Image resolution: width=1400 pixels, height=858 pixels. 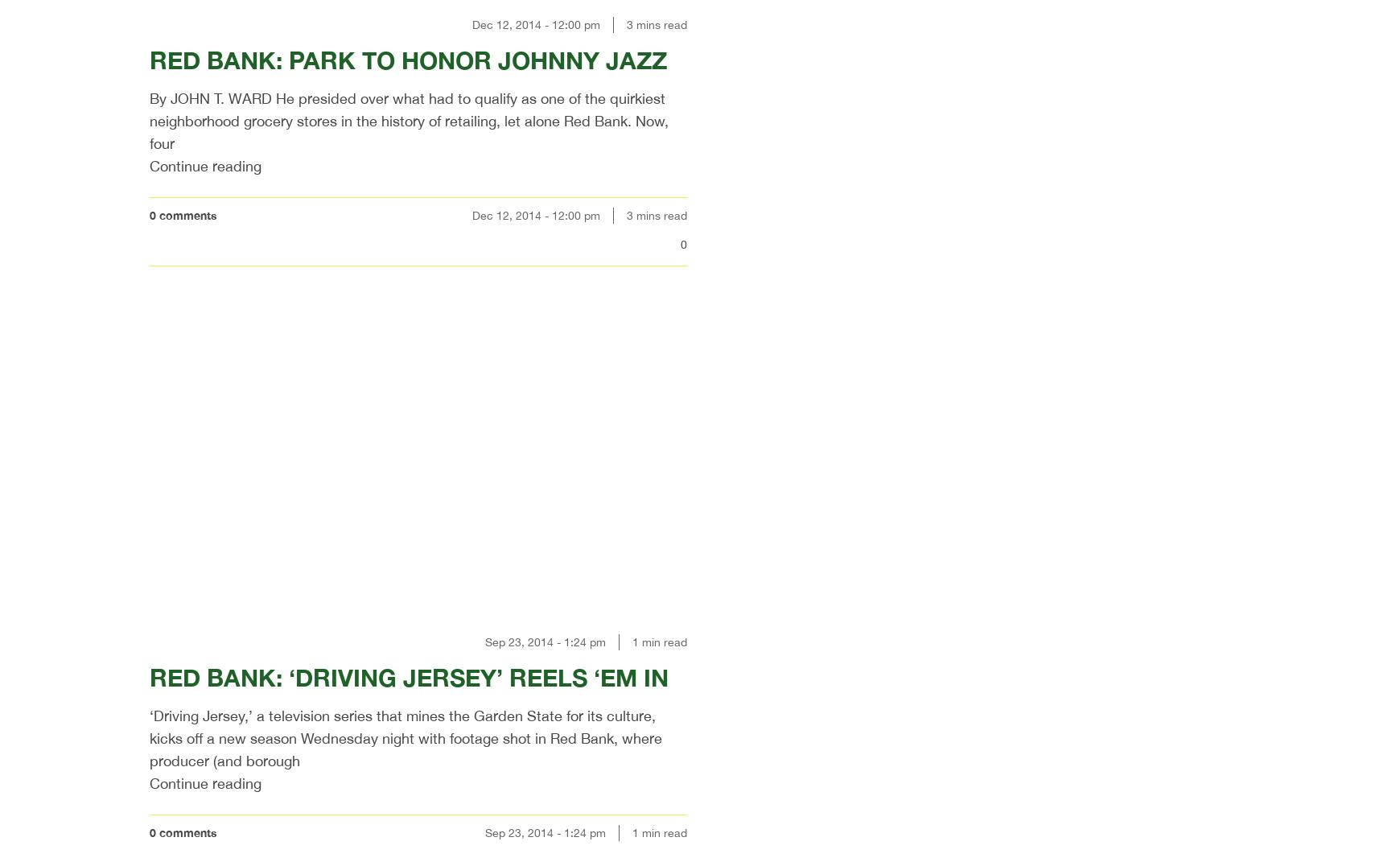 I want to click on 'RED BANK: PARK TO HONOR JOHNNY JAZZ', so click(x=407, y=60).